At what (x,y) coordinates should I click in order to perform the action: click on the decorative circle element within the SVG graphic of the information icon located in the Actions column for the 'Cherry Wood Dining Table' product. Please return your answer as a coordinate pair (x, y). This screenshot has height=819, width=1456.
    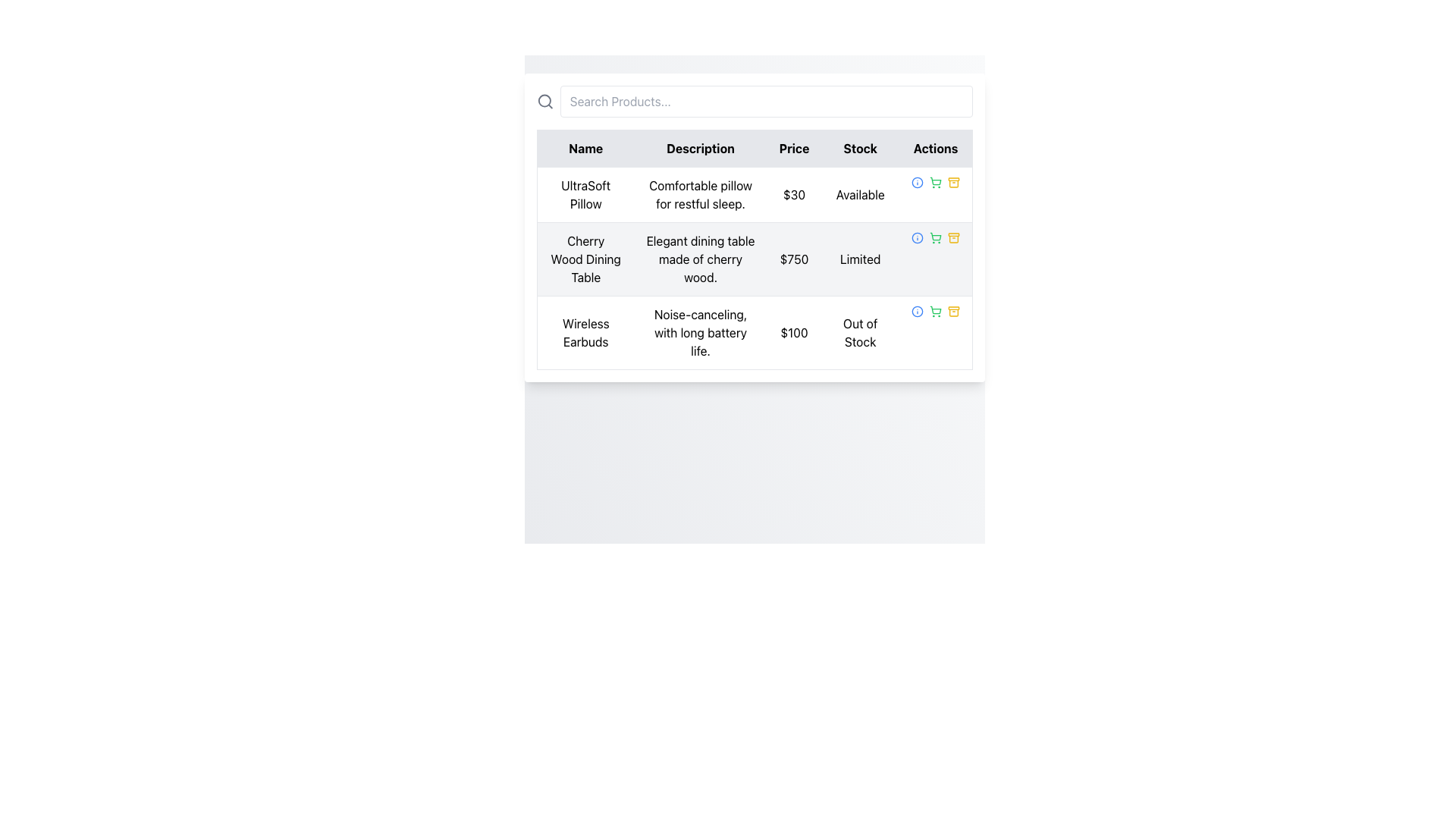
    Looking at the image, I should click on (916, 311).